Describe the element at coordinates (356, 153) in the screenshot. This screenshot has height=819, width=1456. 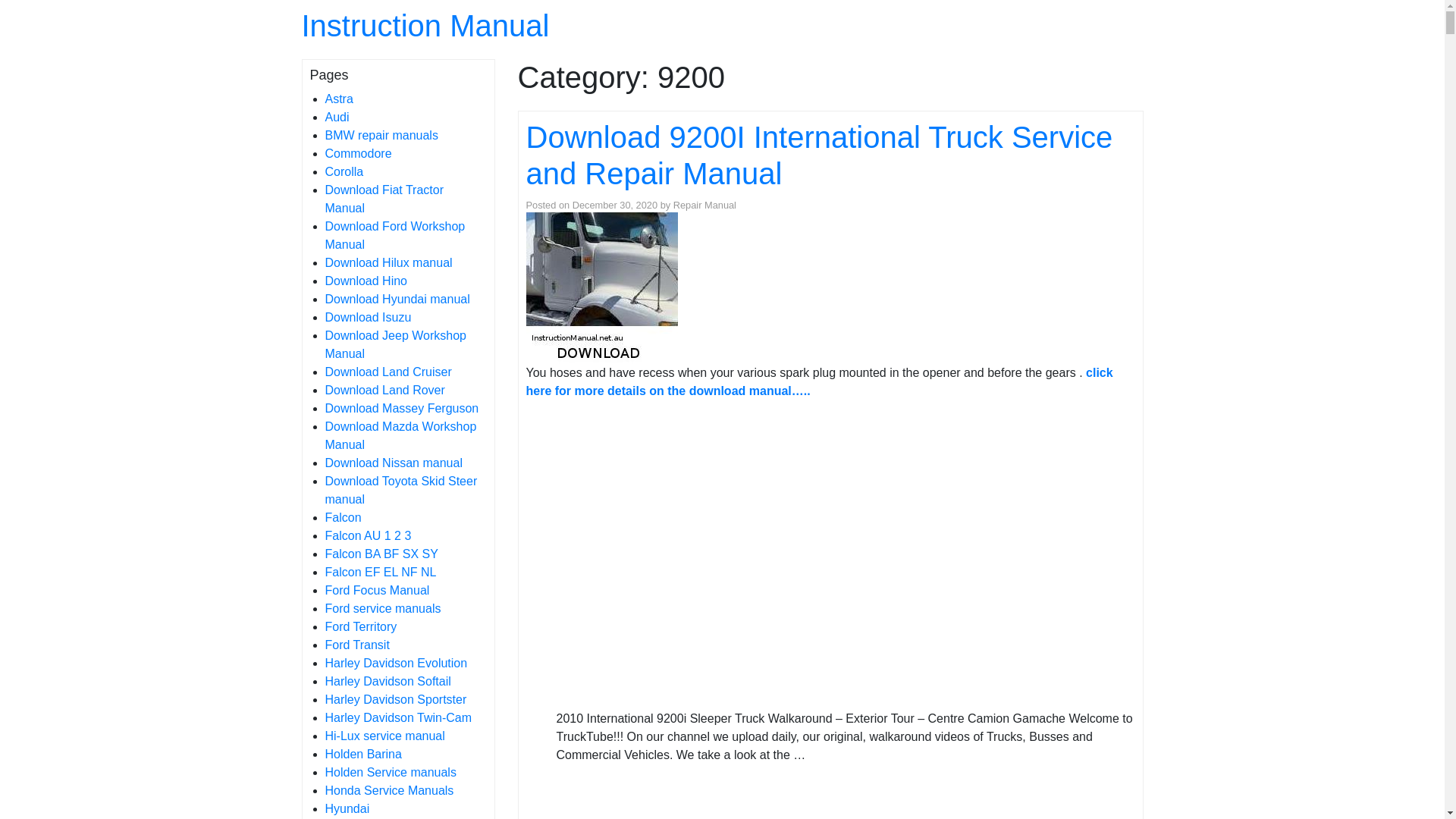
I see `'Commodore'` at that location.